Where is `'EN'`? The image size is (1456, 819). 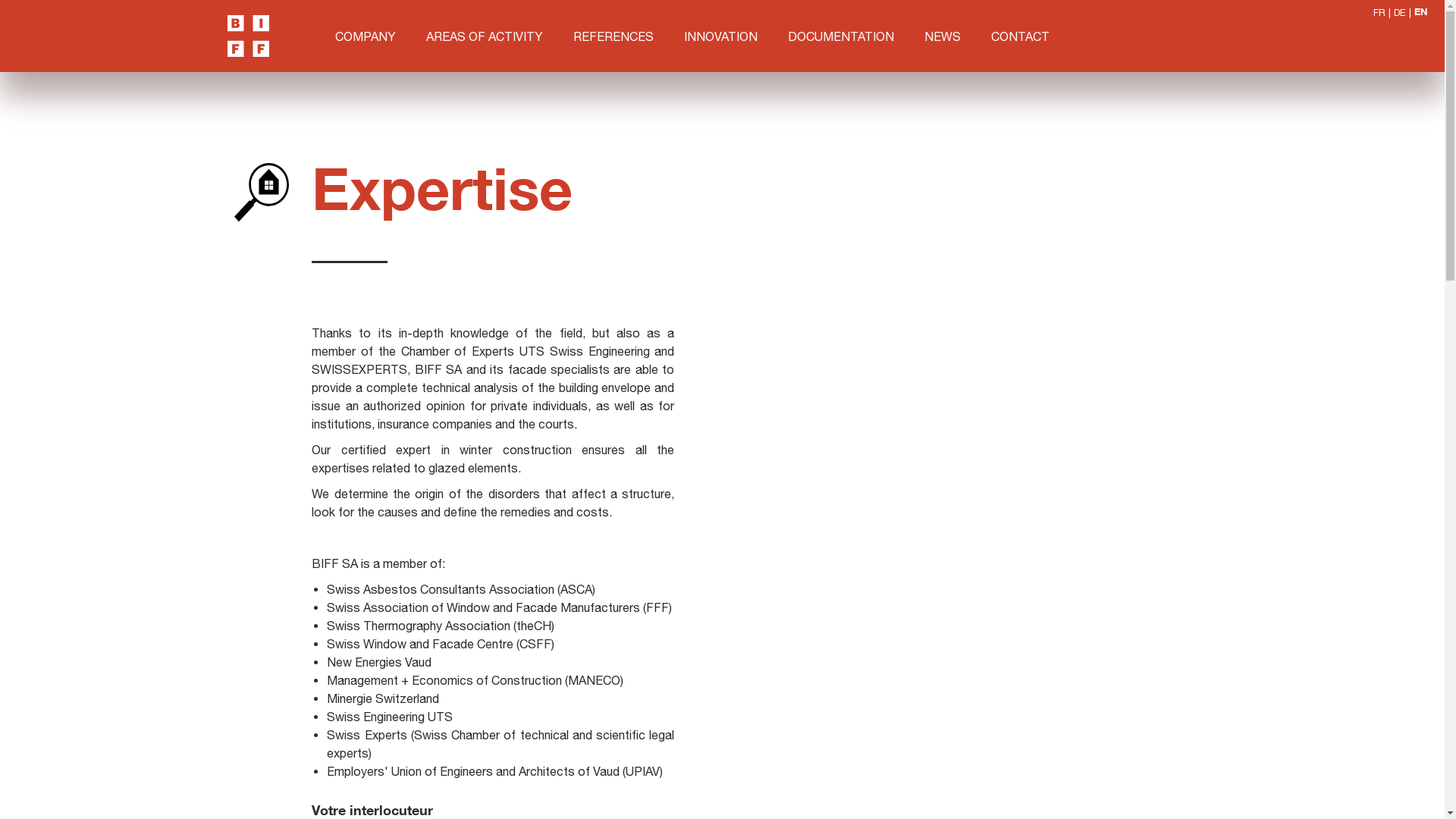
'EN' is located at coordinates (1414, 12).